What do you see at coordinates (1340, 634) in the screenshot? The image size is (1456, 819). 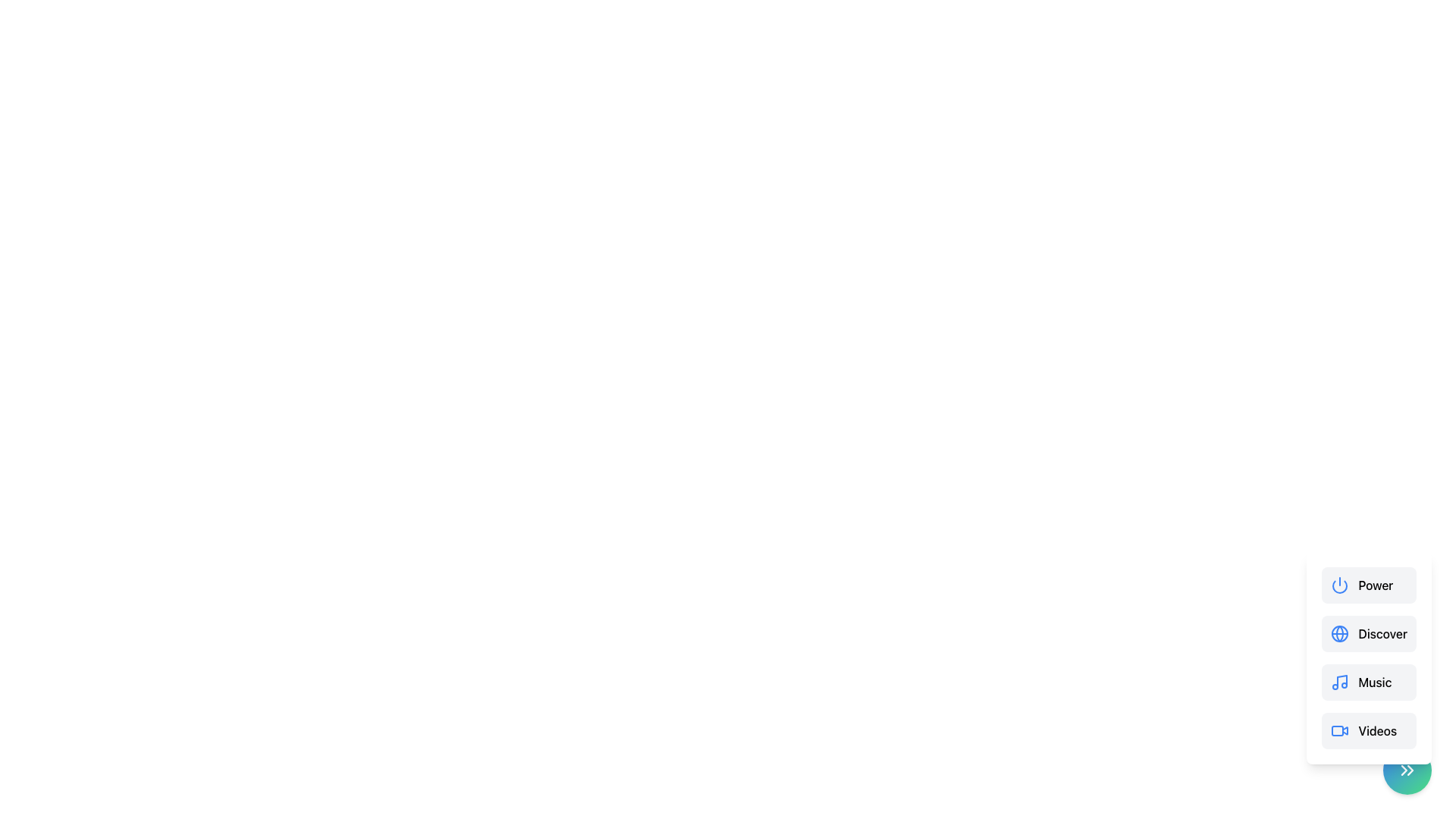 I see `the globe icon with a thin blue outline located to the left of the 'Discover' text label in the vertical navigation menu` at bounding box center [1340, 634].